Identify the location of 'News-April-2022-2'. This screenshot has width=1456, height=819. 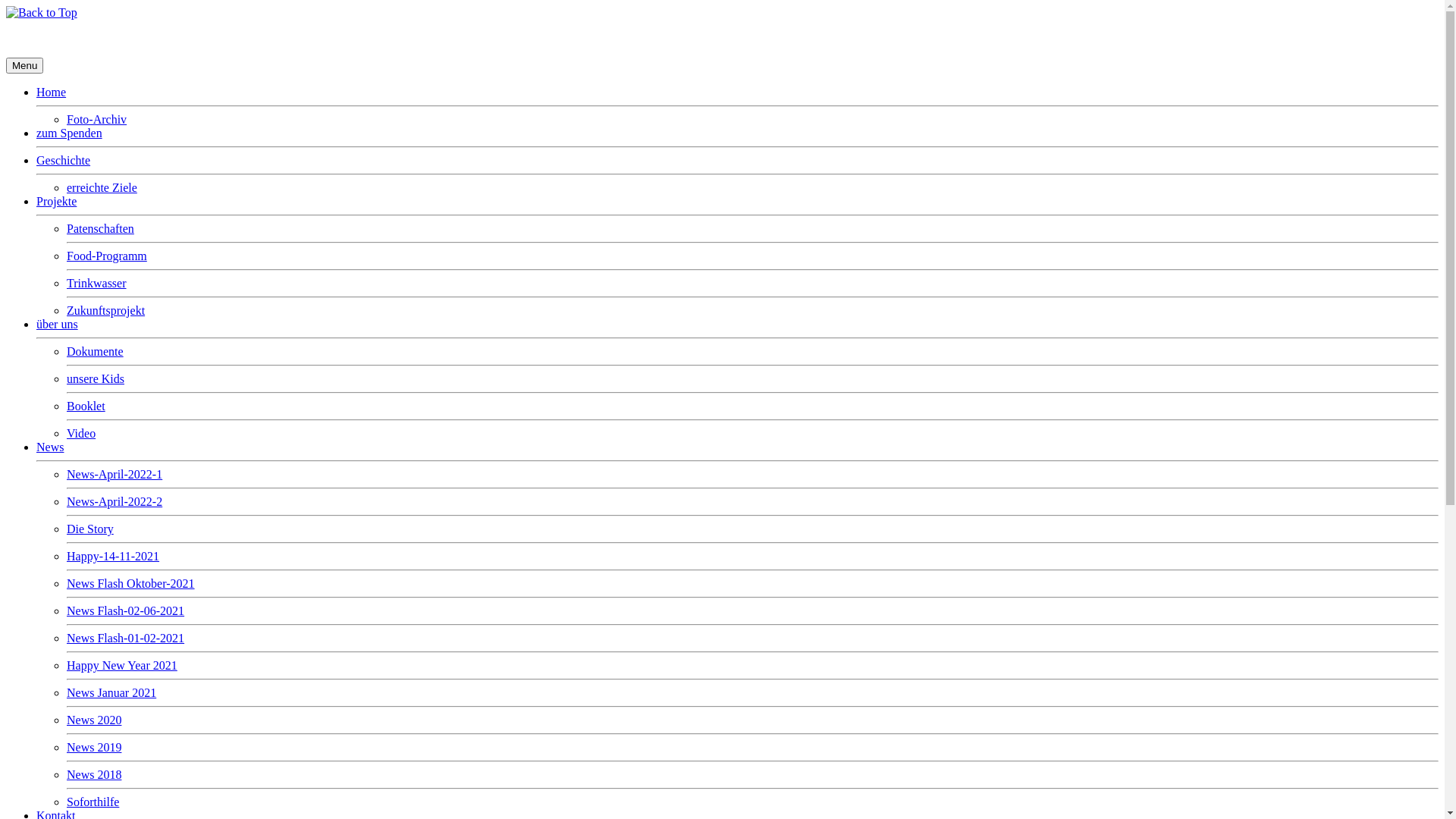
(113, 501).